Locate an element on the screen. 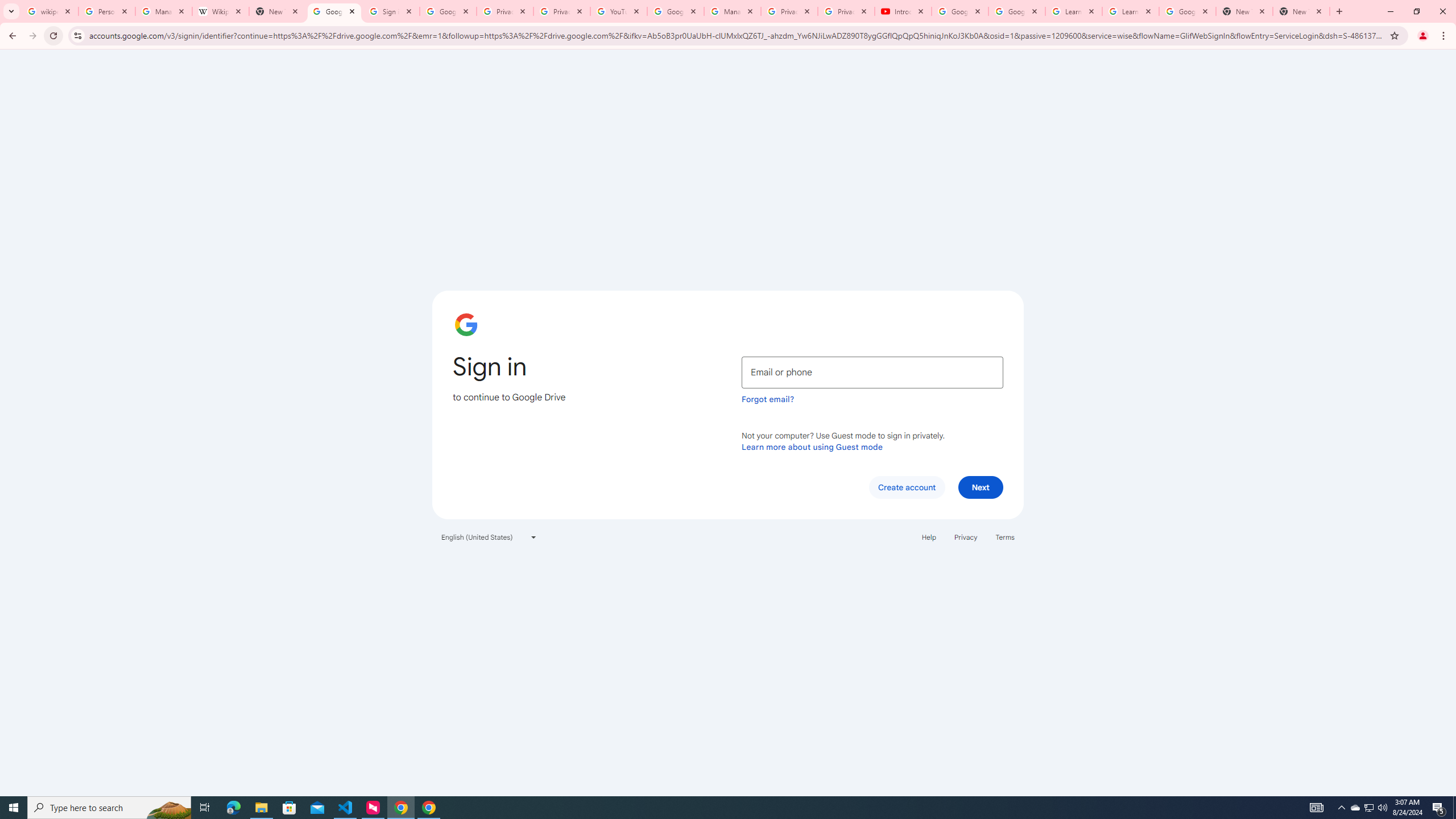  'Introduction | Google Privacy Policy - YouTube' is located at coordinates (902, 11).